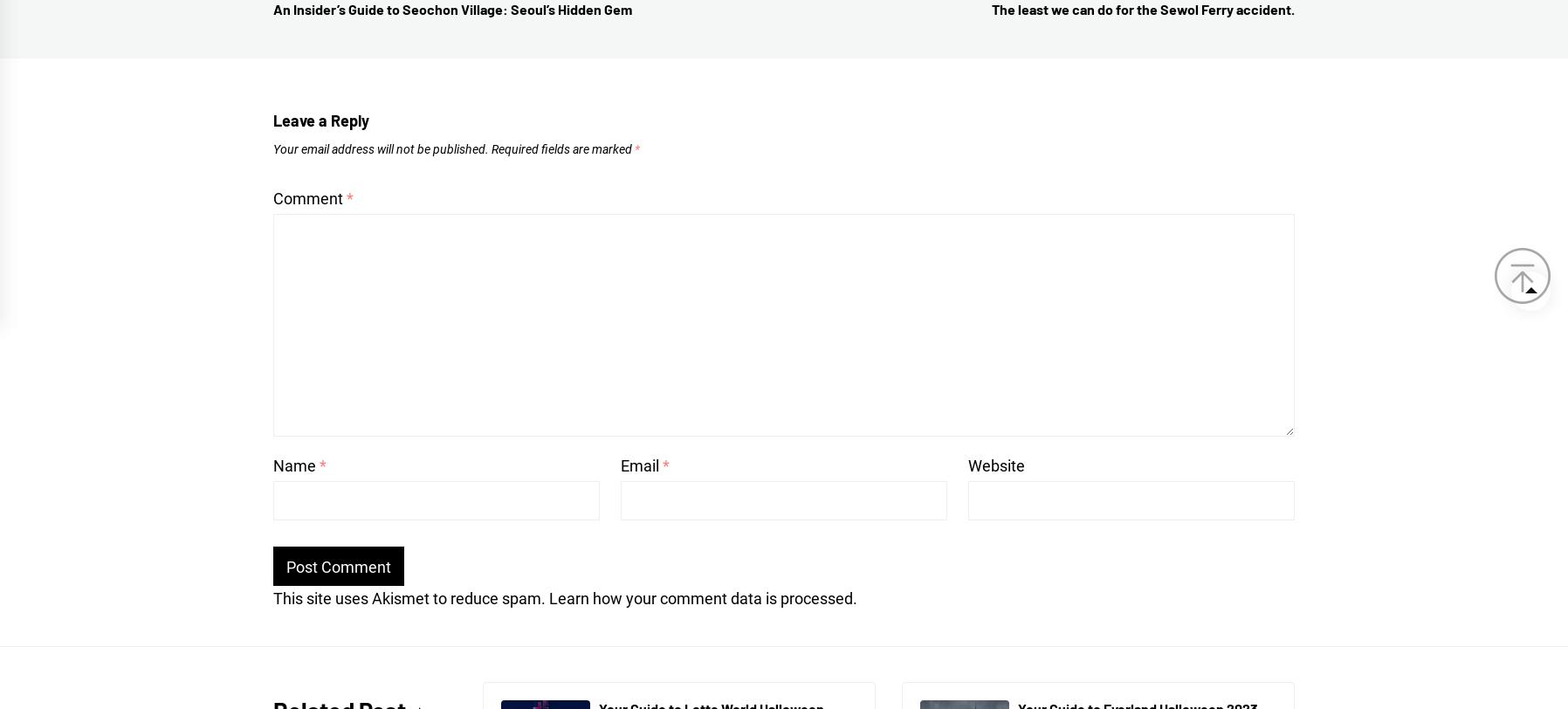 The image size is (1568, 709). I want to click on '.', so click(852, 597).